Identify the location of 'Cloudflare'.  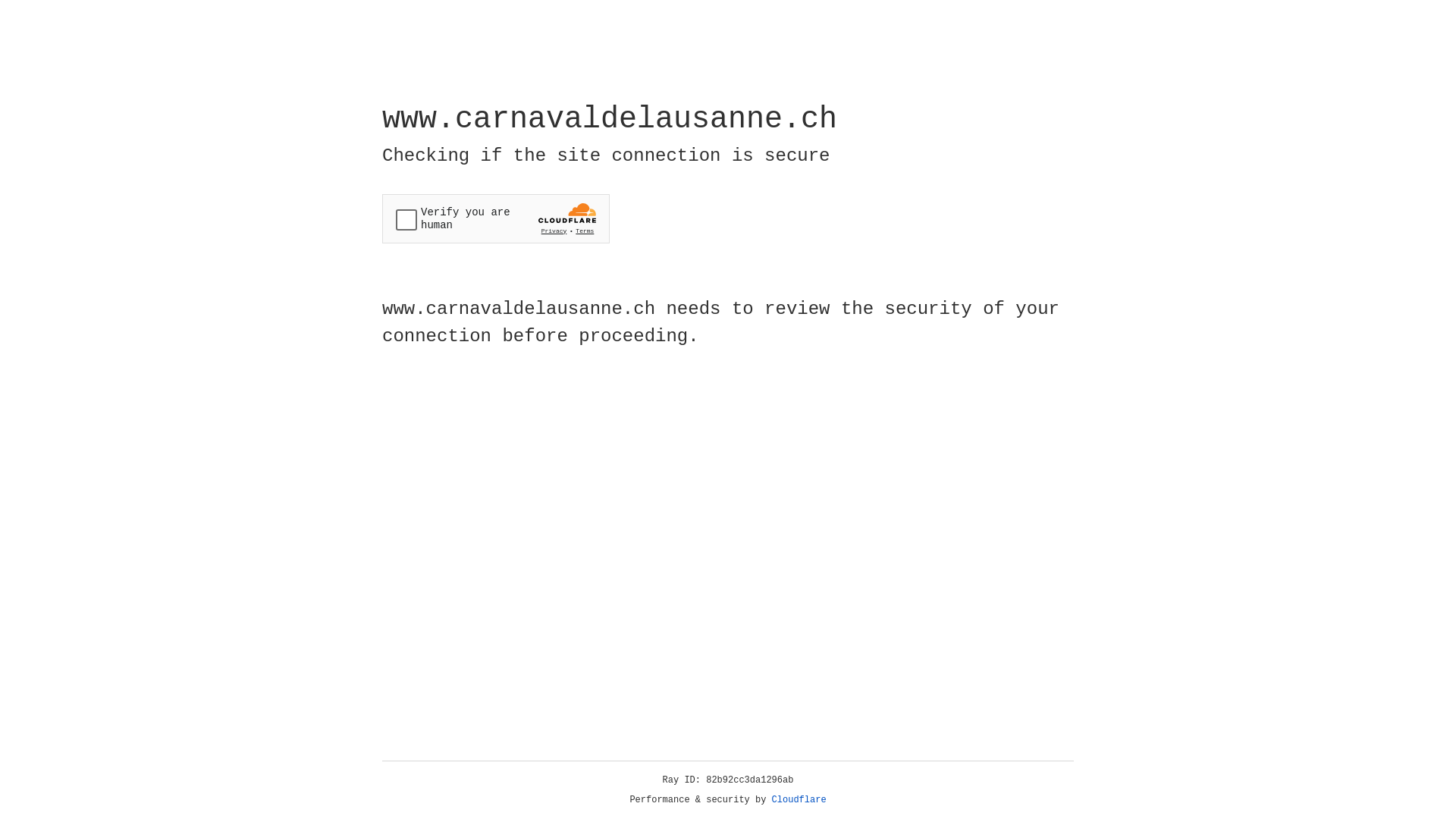
(799, 799).